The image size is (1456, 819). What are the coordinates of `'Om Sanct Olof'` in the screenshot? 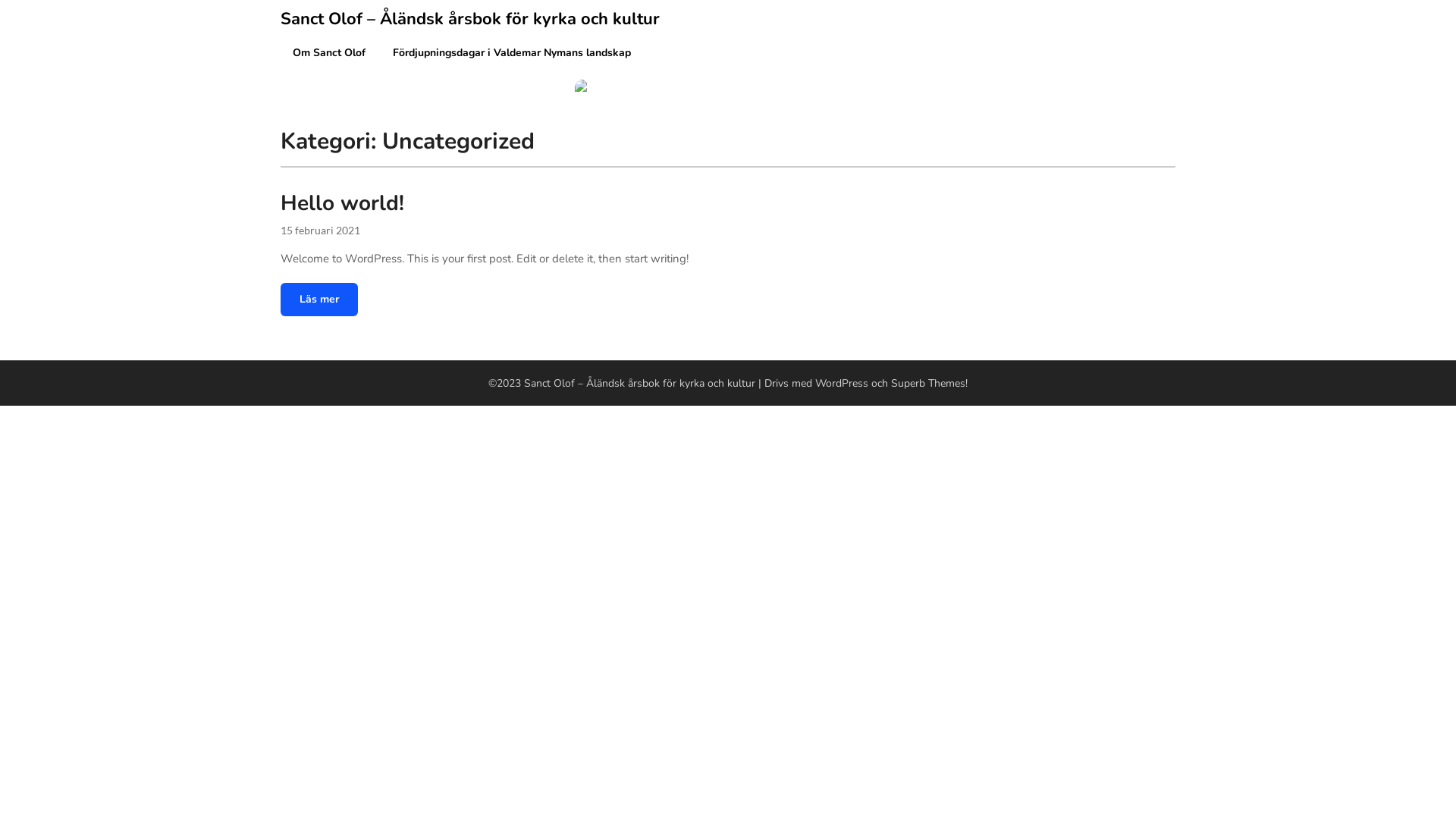 It's located at (328, 52).